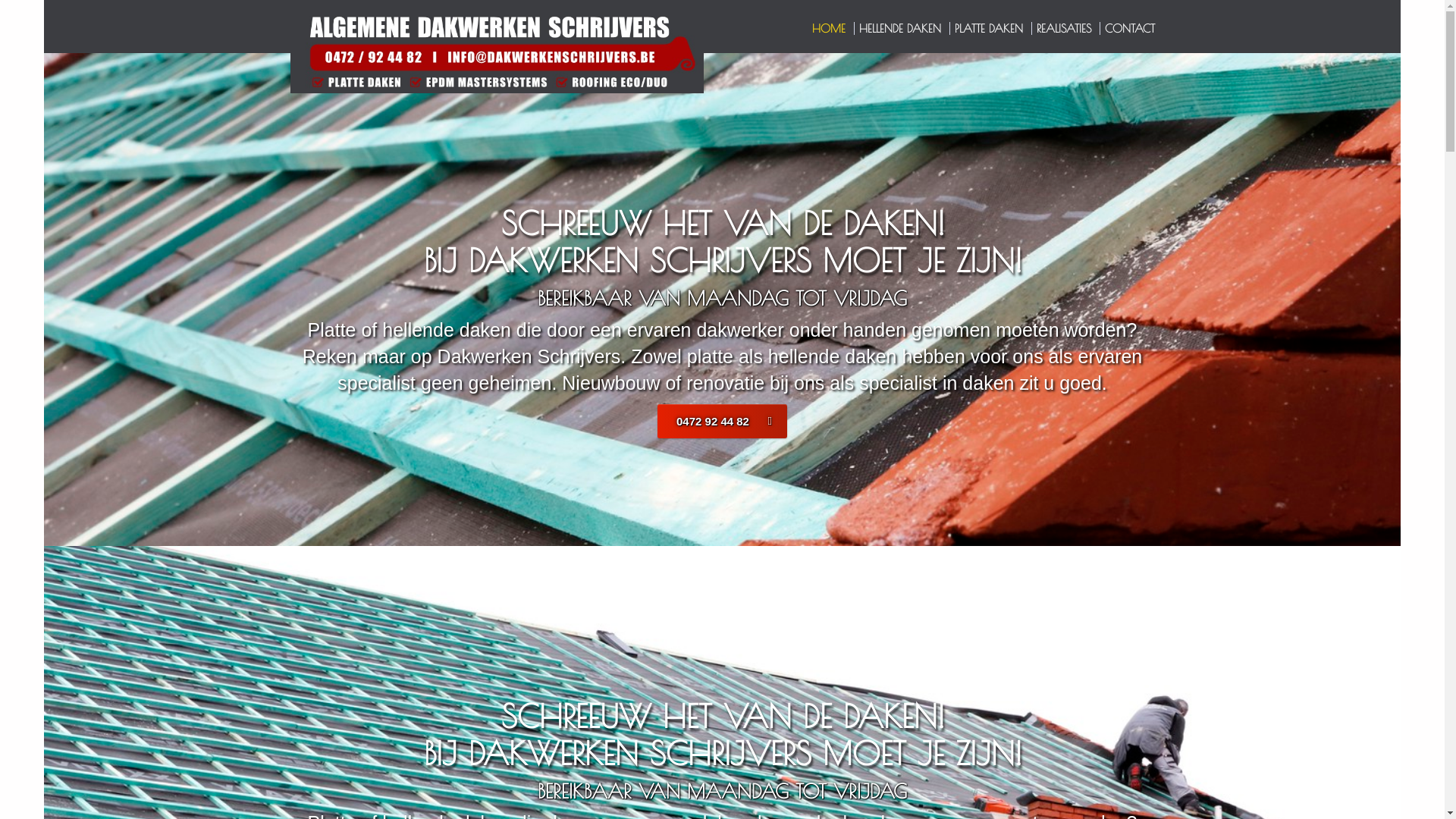 This screenshot has width=1456, height=819. What do you see at coordinates (1128, 28) in the screenshot?
I see `'CONTACT'` at bounding box center [1128, 28].